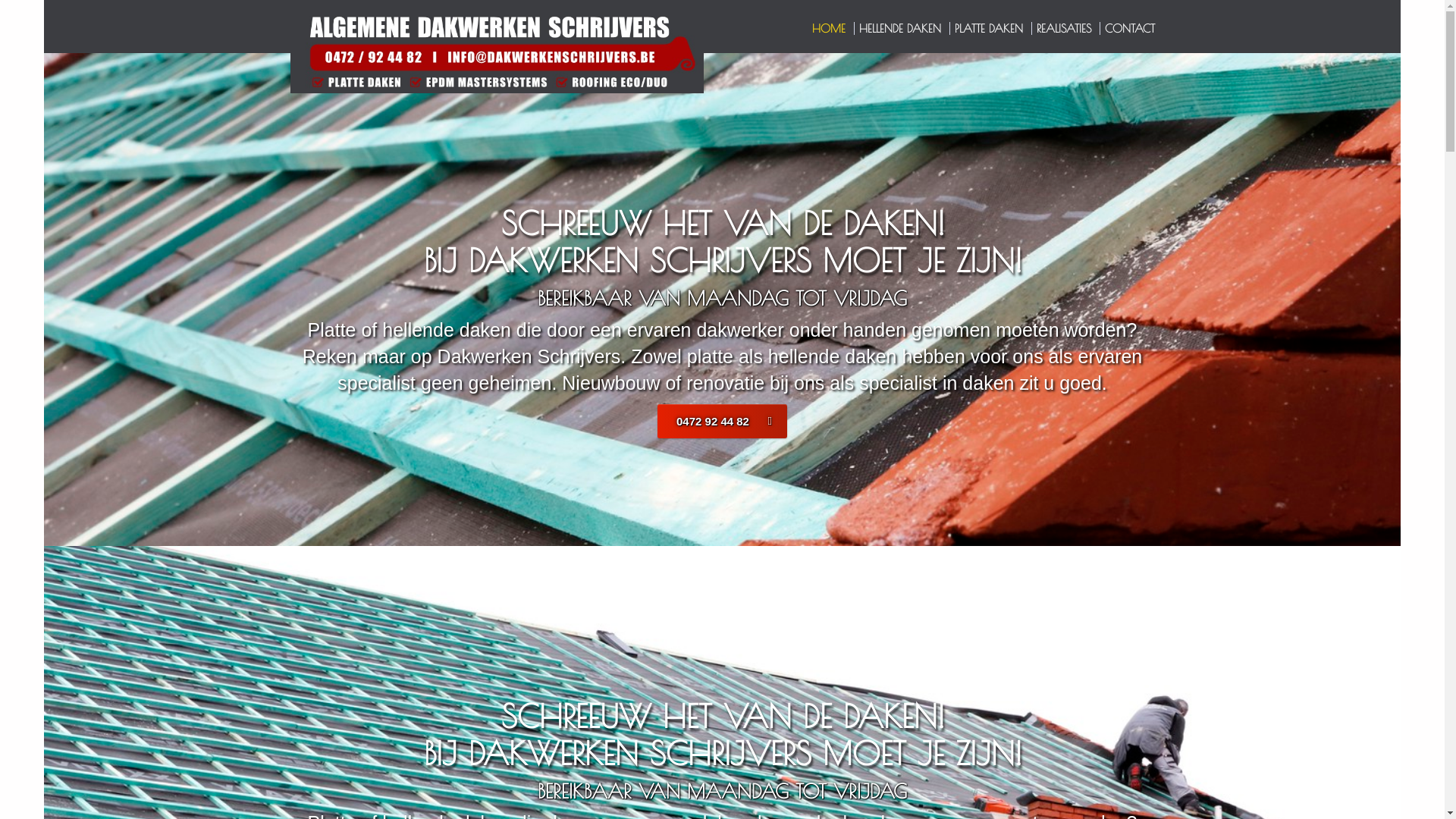 This screenshot has width=1456, height=819. What do you see at coordinates (1128, 28) in the screenshot?
I see `'CONTACT'` at bounding box center [1128, 28].